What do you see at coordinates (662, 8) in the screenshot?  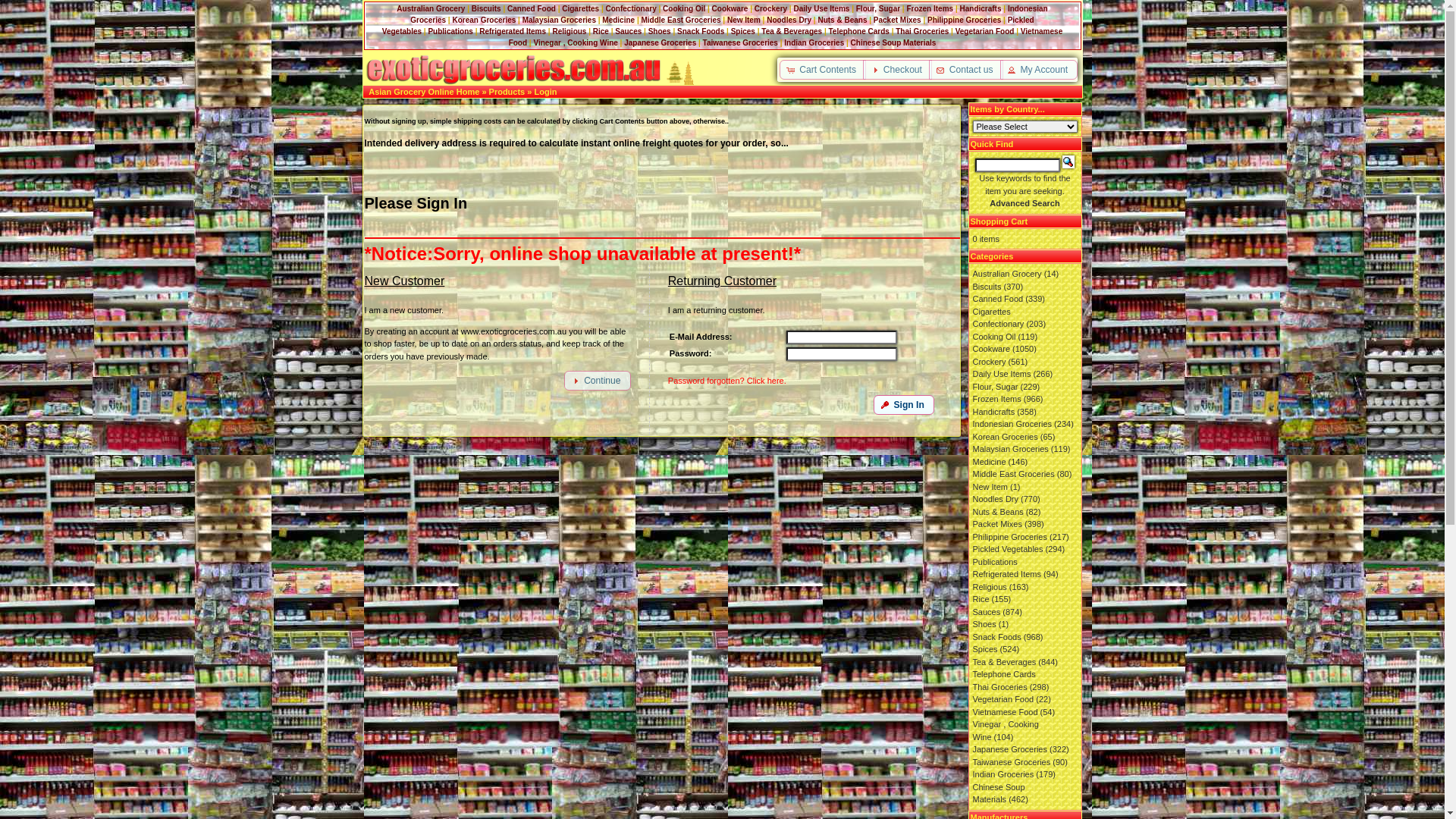 I see `'Cooking Oil'` at bounding box center [662, 8].